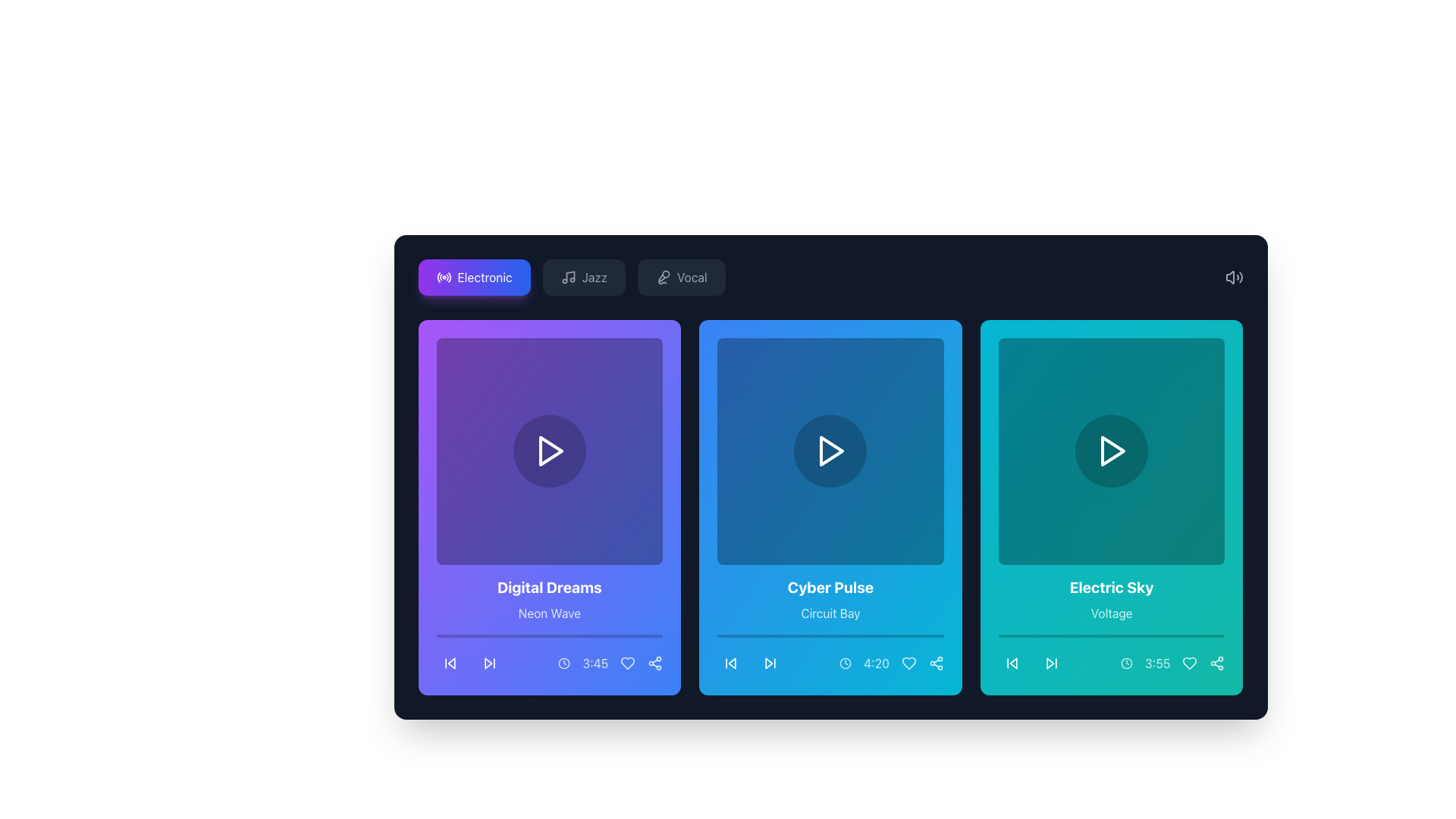 Image resolution: width=1456 pixels, height=819 pixels. Describe the element at coordinates (1156, 662) in the screenshot. I see `the text label displaying the duration of the song 'Electric Sky', which is located to the right of the clock icon in the bottom section of the 'Electric Sky' card` at that location.